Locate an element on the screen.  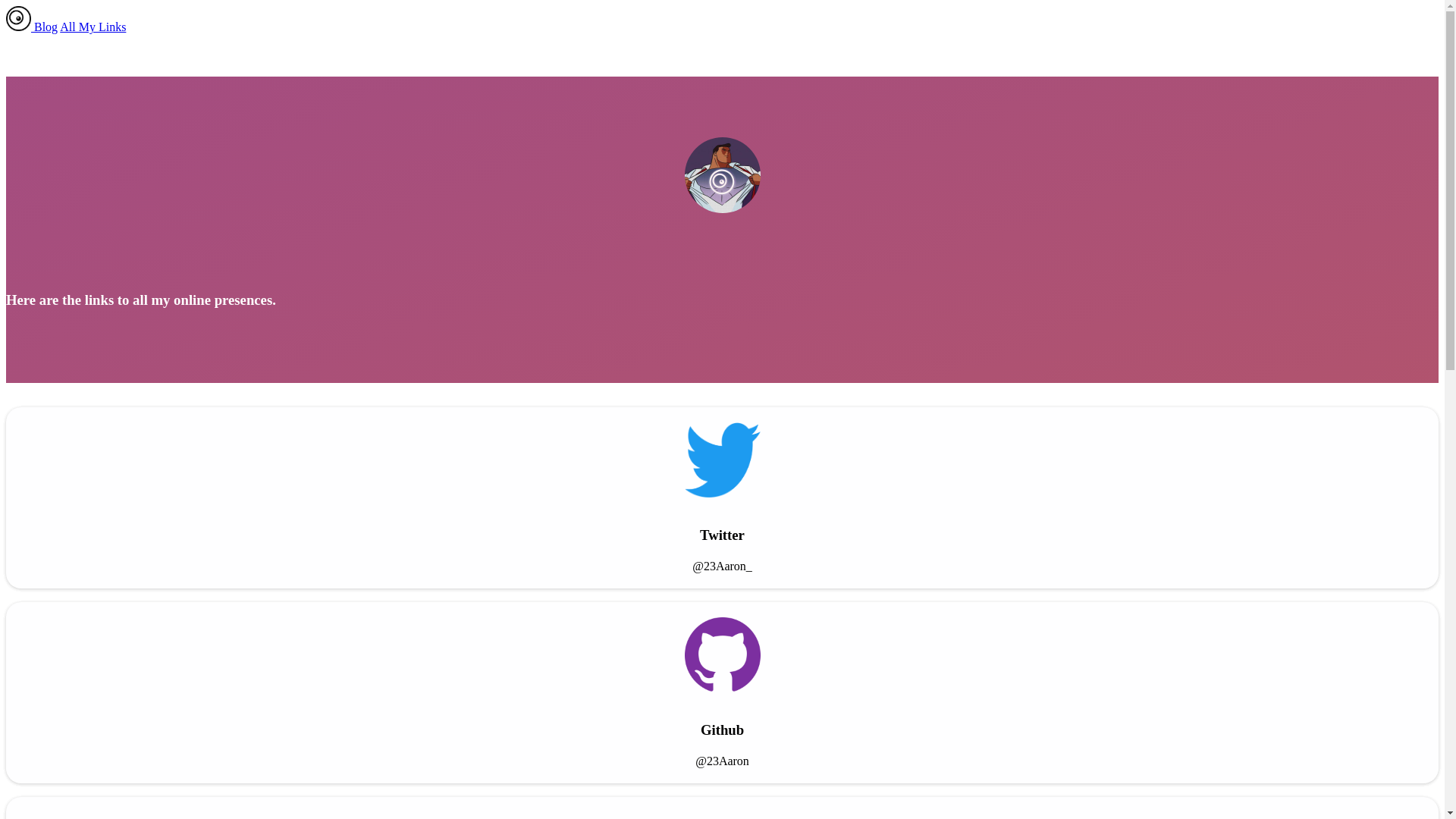
'All My Links' is located at coordinates (92, 27).